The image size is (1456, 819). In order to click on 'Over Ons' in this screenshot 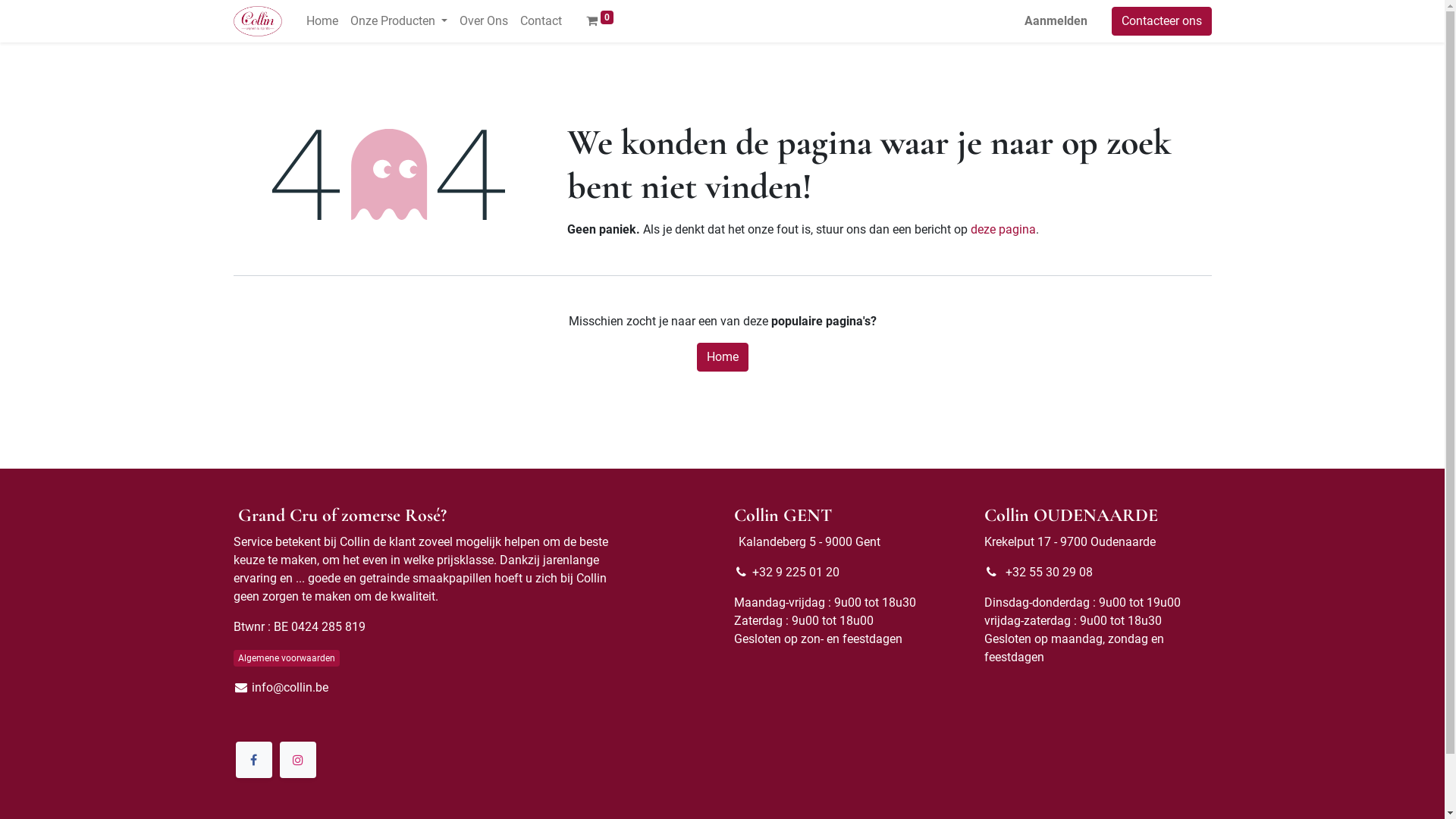, I will do `click(453, 20)`.